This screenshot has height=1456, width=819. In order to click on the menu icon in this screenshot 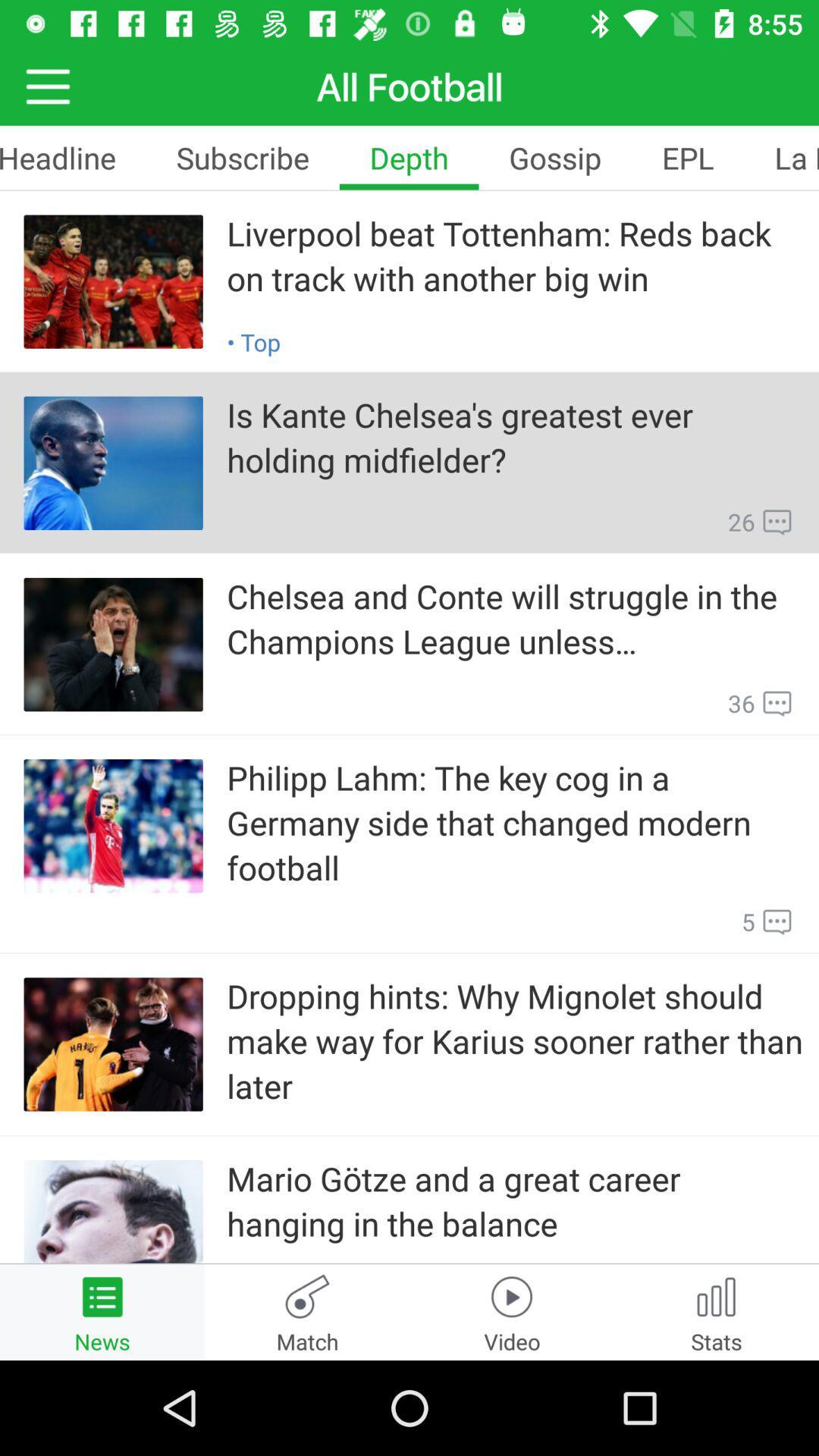, I will do `click(53, 86)`.